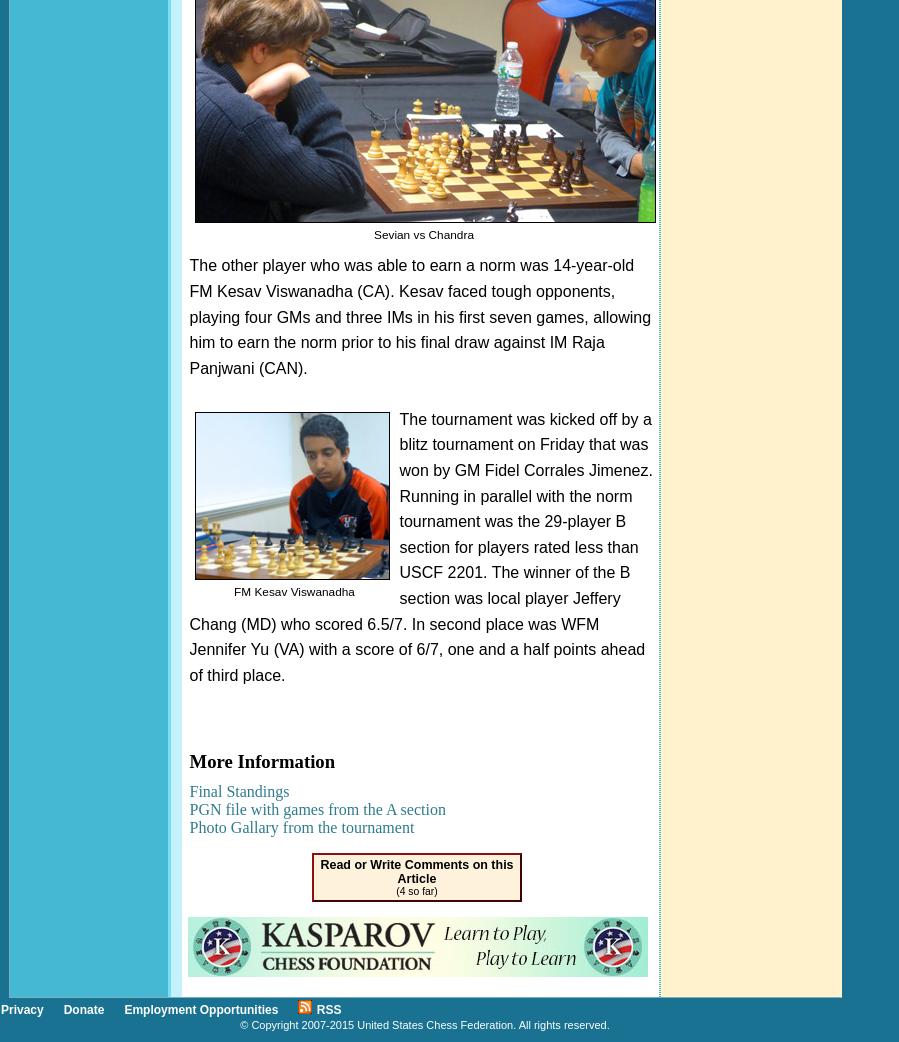 This screenshot has height=1042, width=899. Describe the element at coordinates (327, 1008) in the screenshot. I see `'RSS'` at that location.